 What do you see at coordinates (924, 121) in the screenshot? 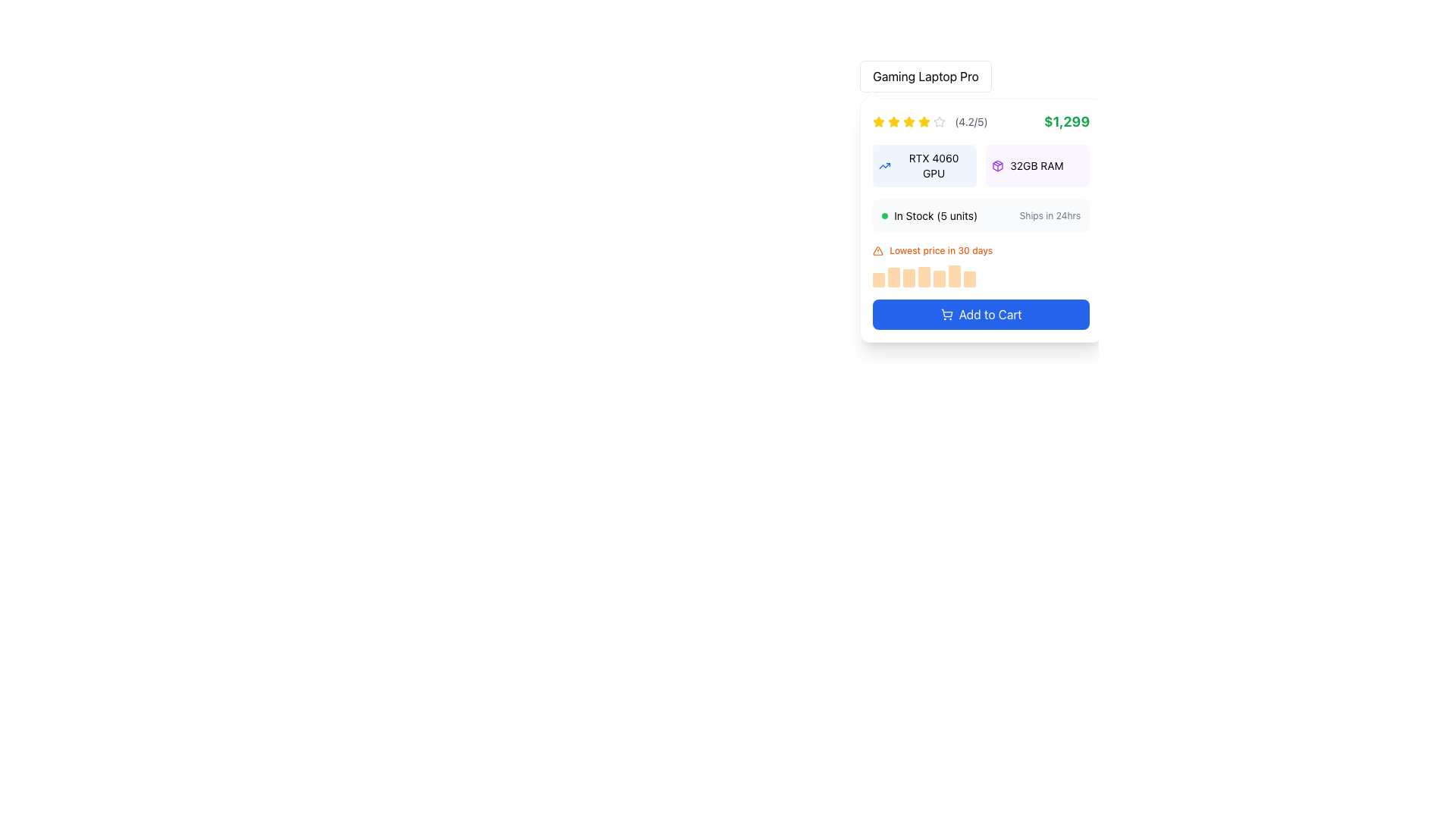
I see `the fifth star icon in the rating system, which represents the maximum value in a 5-star rating` at bounding box center [924, 121].